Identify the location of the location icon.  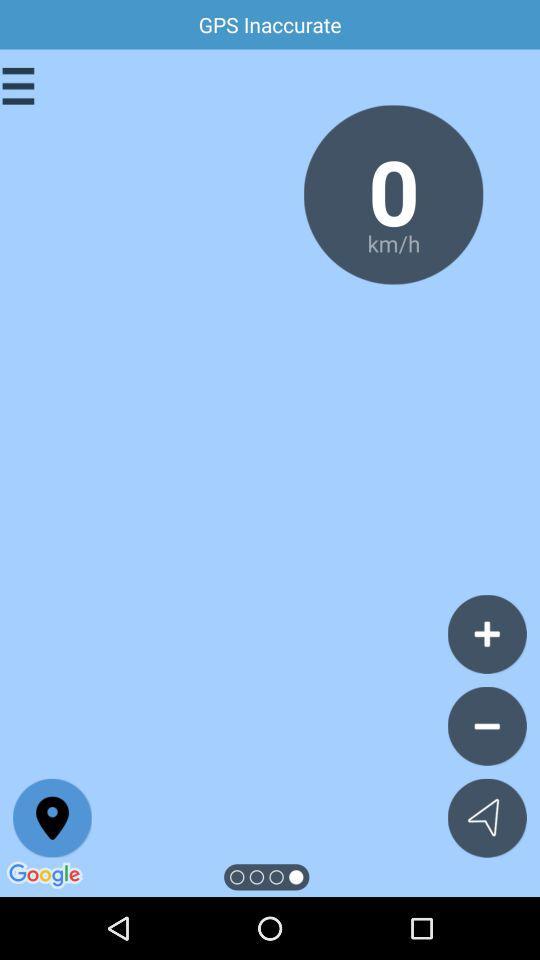
(52, 818).